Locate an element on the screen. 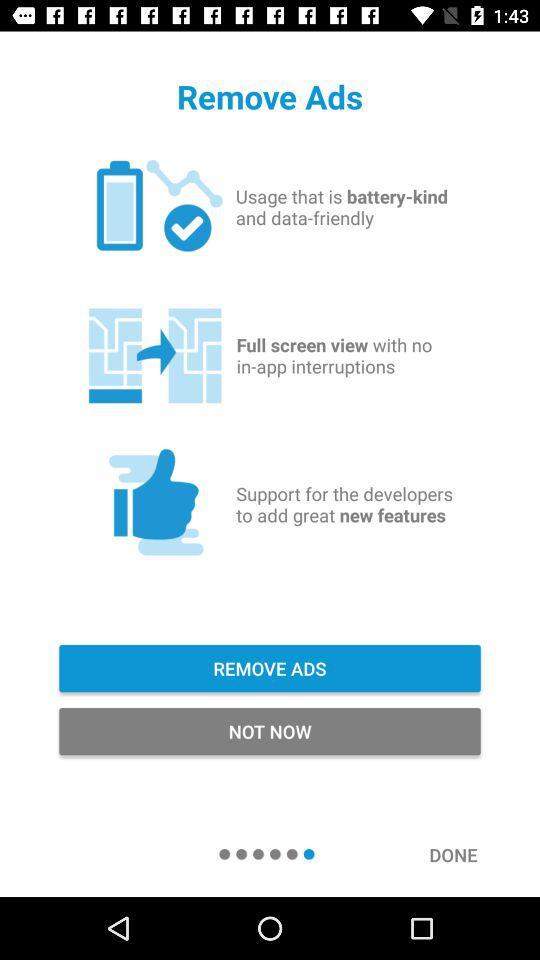 This screenshot has width=540, height=960. the done is located at coordinates (463, 853).